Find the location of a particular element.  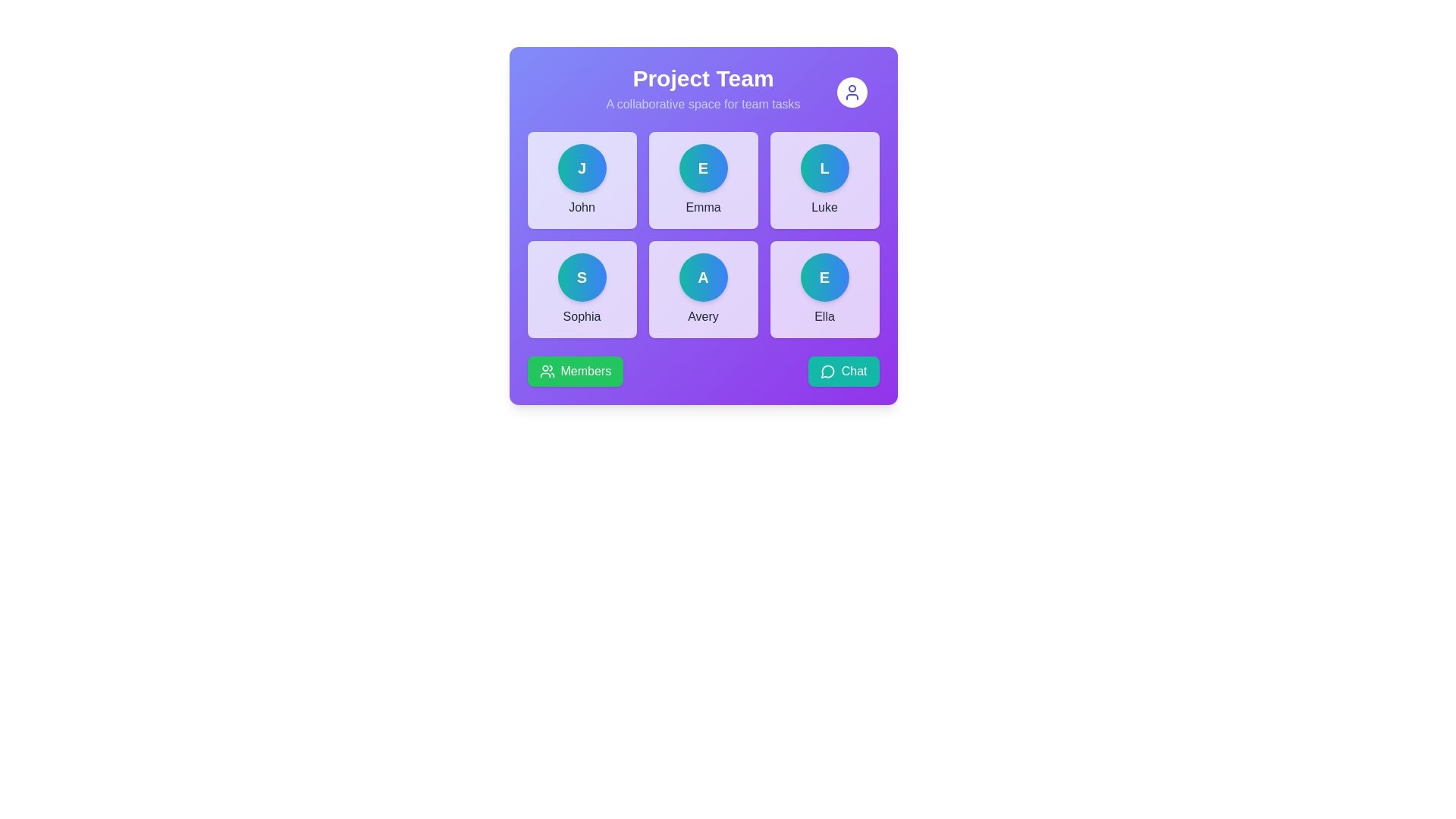

the circular avatar icon featuring a bold white 'L' at its center is located at coordinates (824, 168).